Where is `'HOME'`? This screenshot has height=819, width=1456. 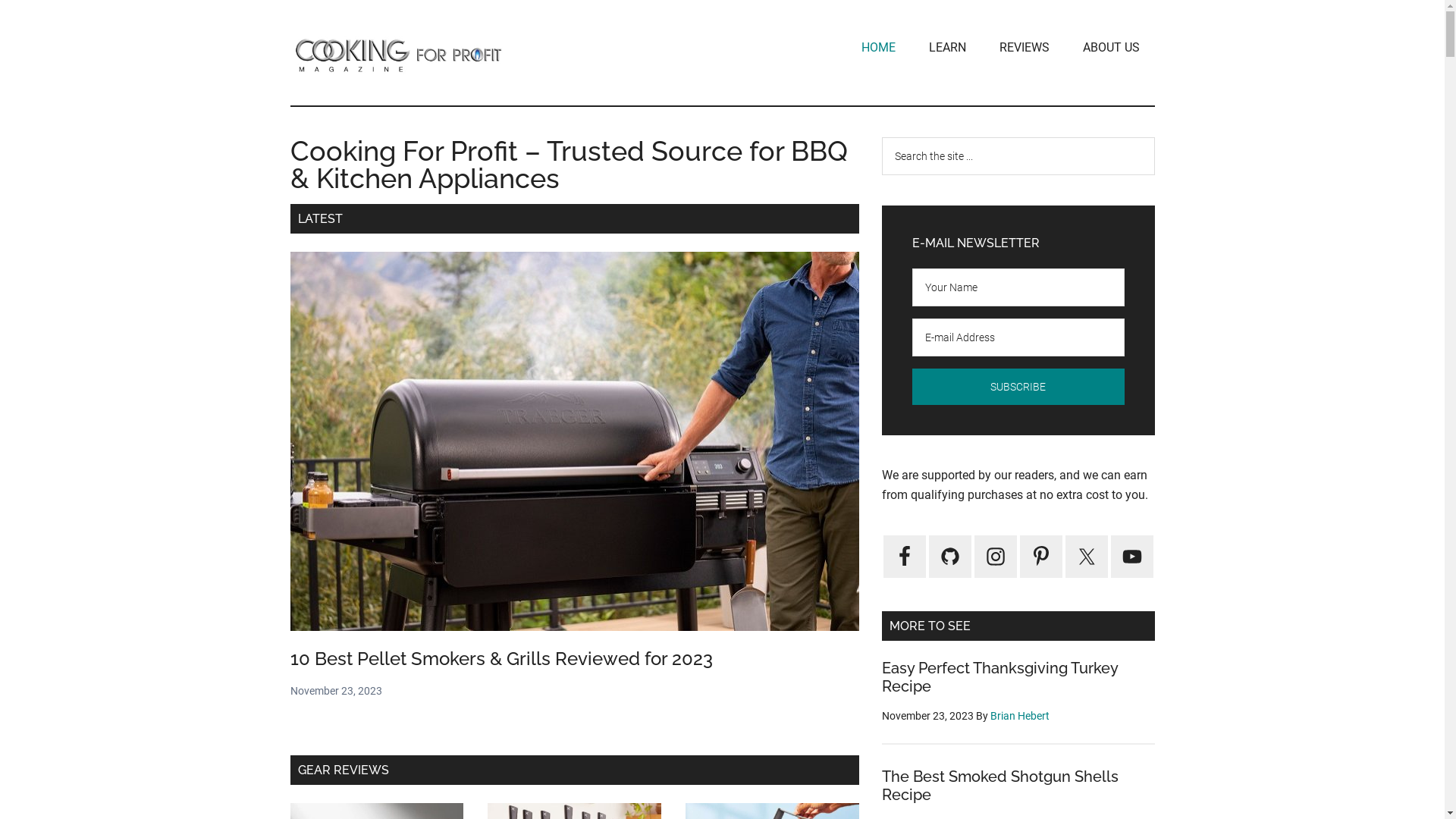 'HOME' is located at coordinates (878, 46).